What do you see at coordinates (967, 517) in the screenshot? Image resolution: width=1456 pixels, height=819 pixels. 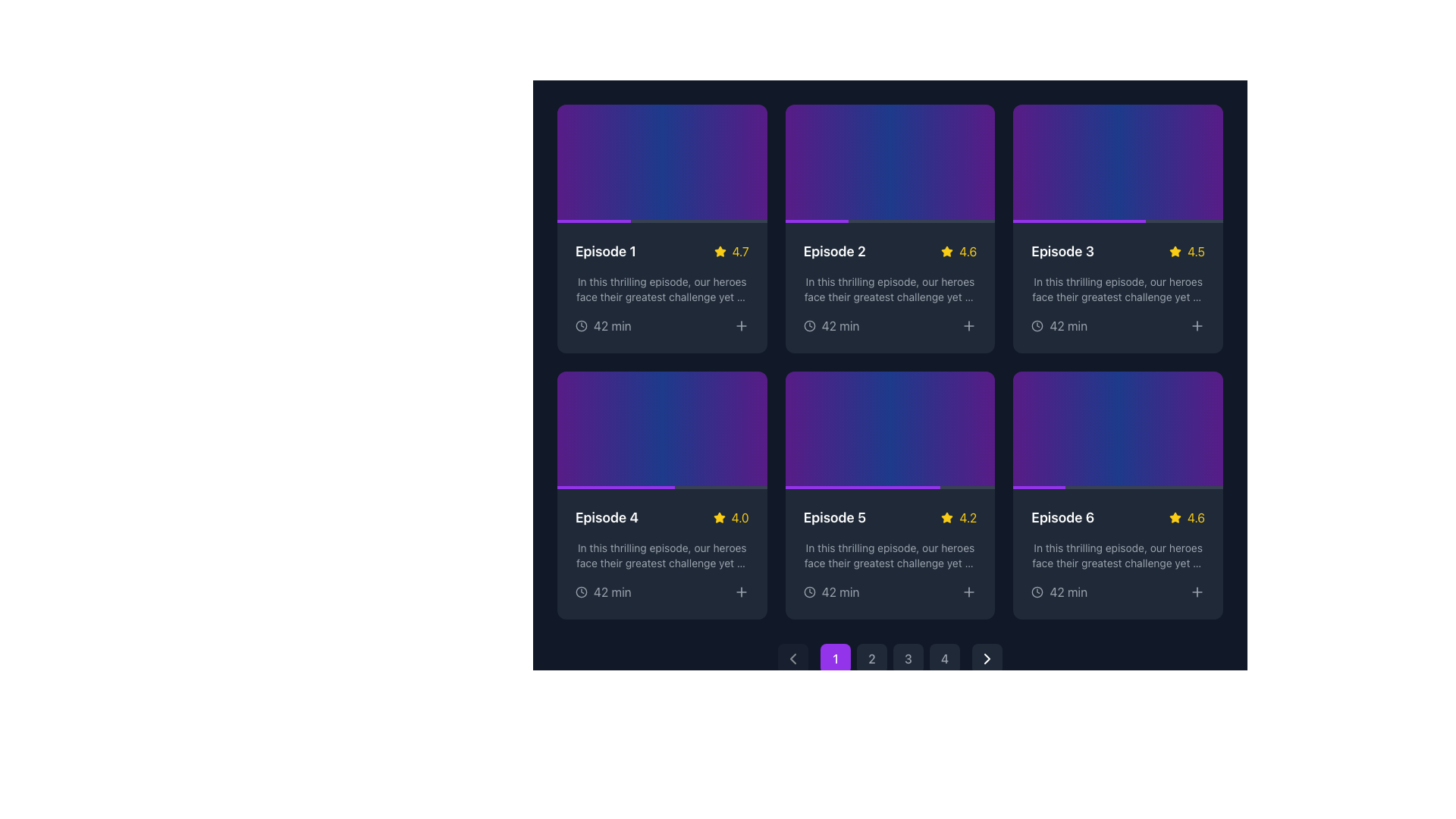 I see `the text label displaying the numerical rating '4.2' which is located in the fifth card of a grid layout, positioned to the right of the star icon in the rating section` at bounding box center [967, 517].